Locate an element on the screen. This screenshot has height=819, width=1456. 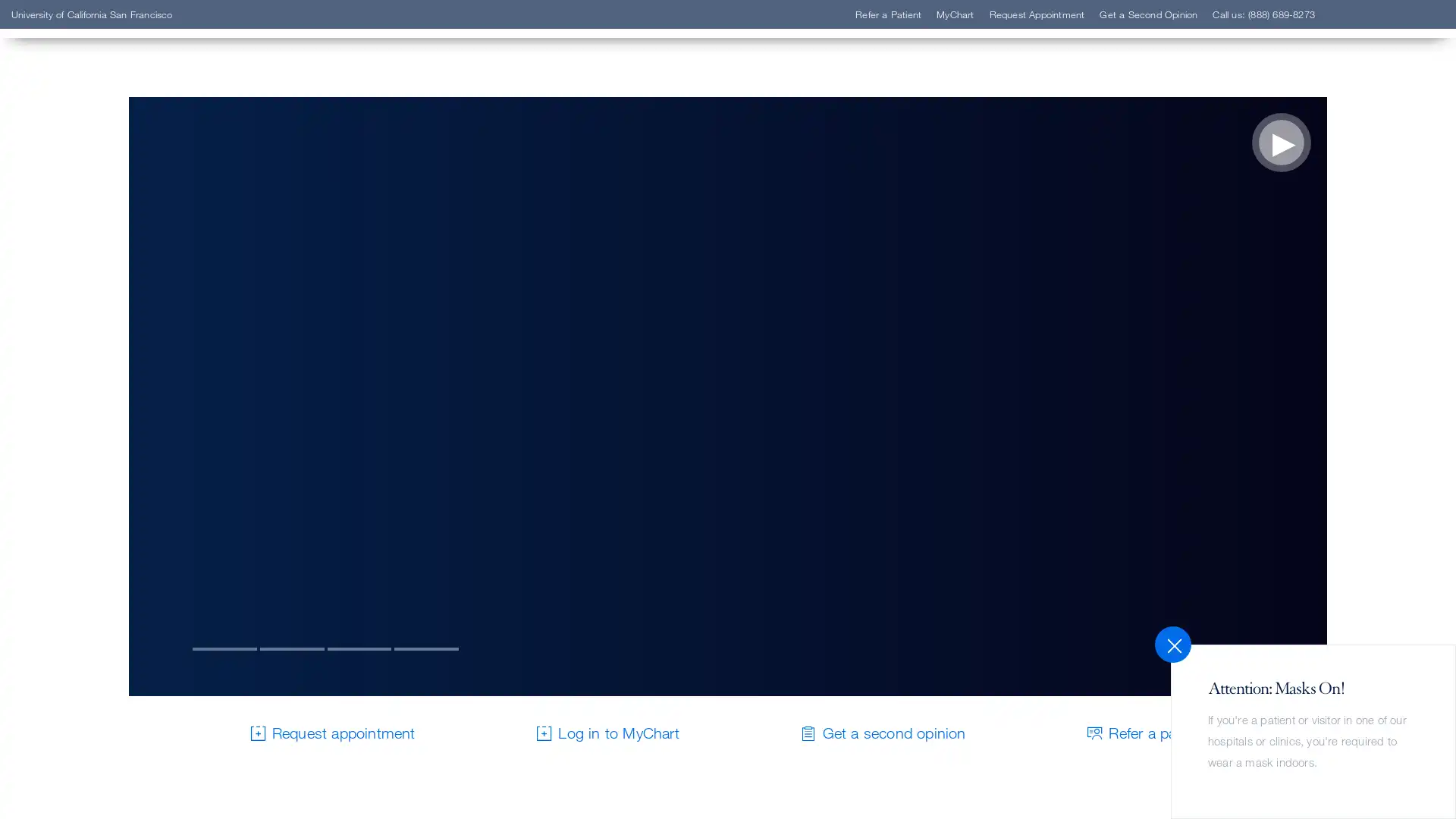
Locations & Directions is located at coordinates (135, 336).